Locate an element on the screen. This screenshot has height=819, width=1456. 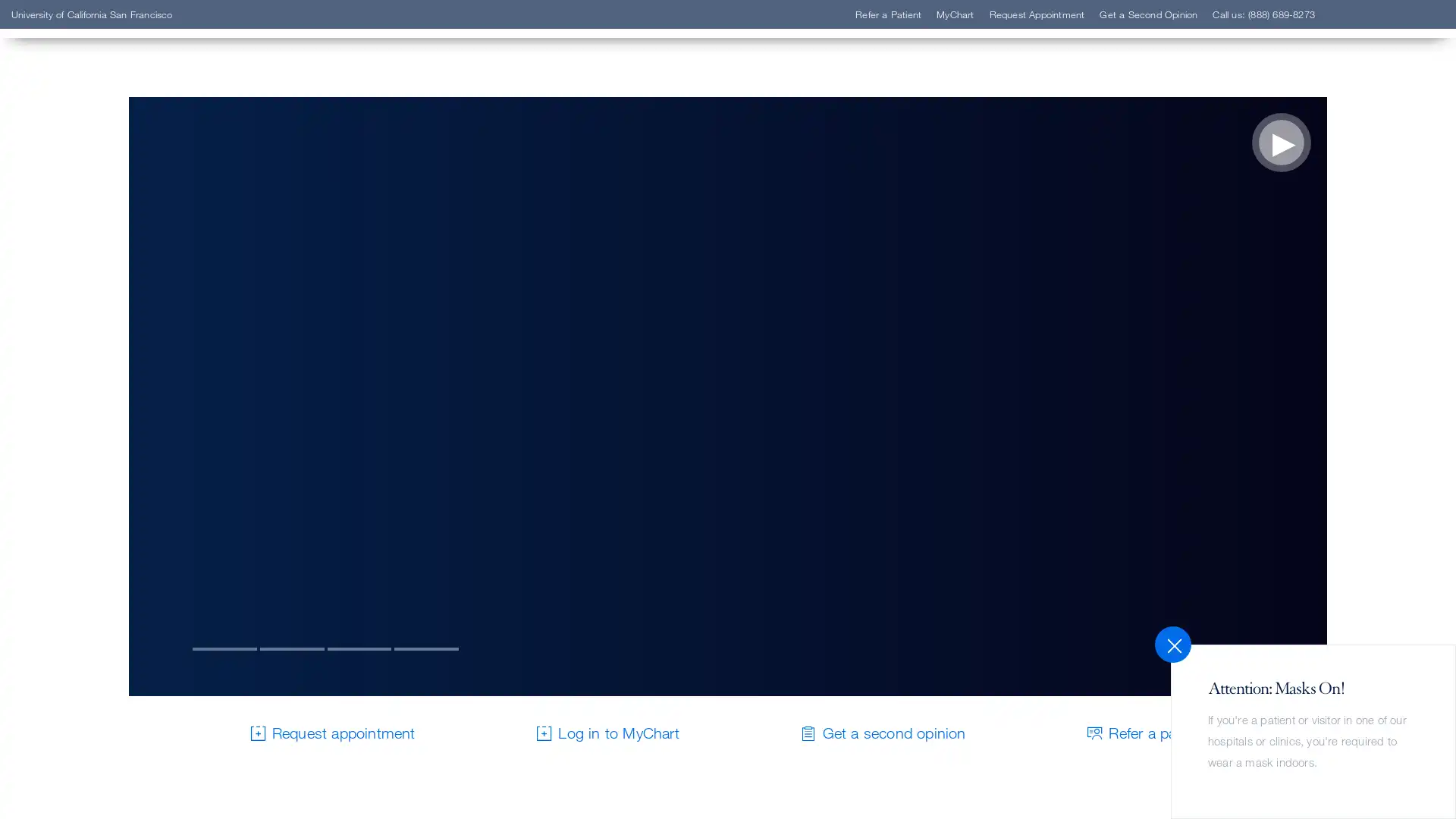
Locations & Directions is located at coordinates (135, 336).